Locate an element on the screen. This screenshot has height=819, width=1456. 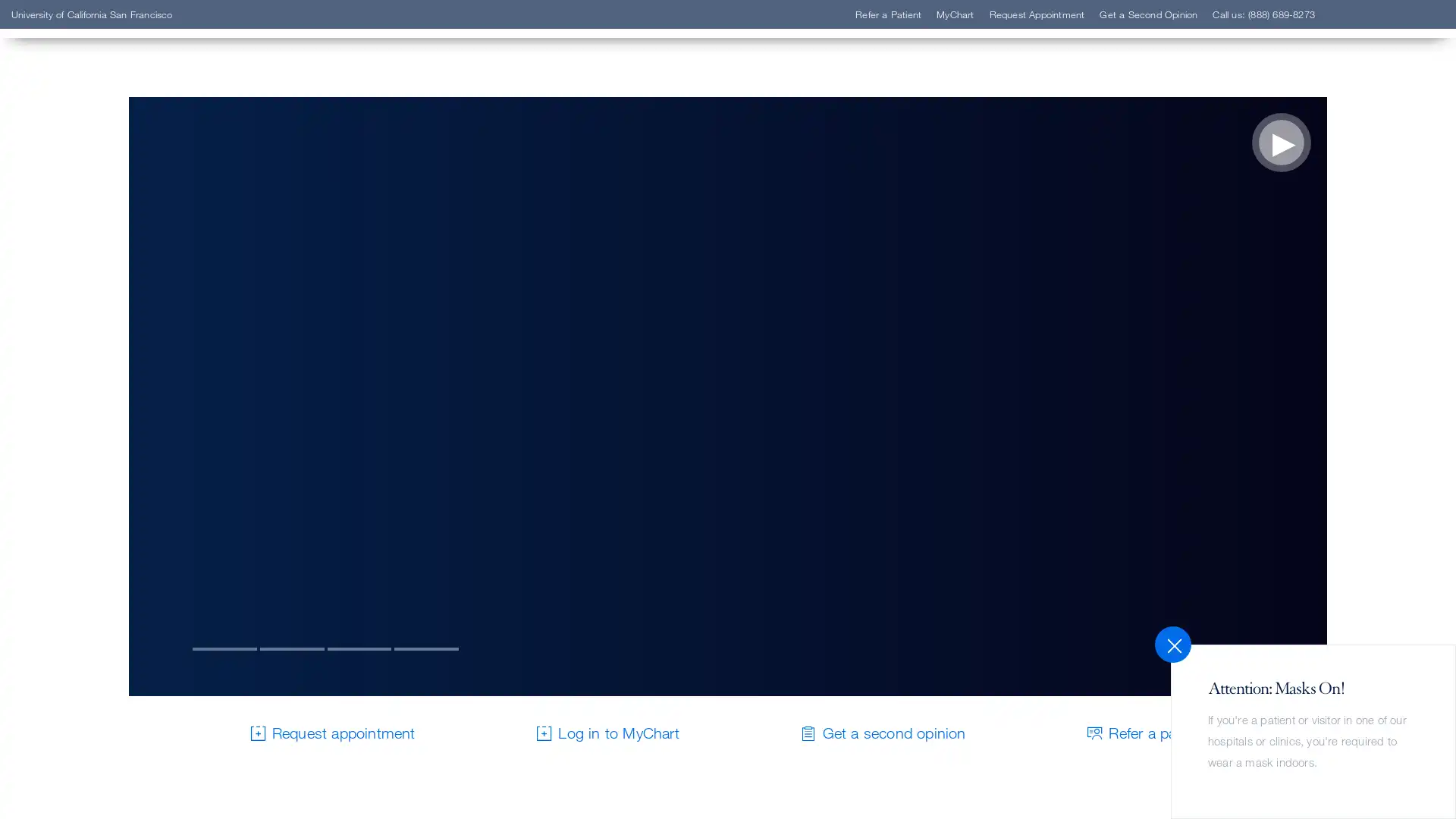
Locations & Directions is located at coordinates (135, 336).